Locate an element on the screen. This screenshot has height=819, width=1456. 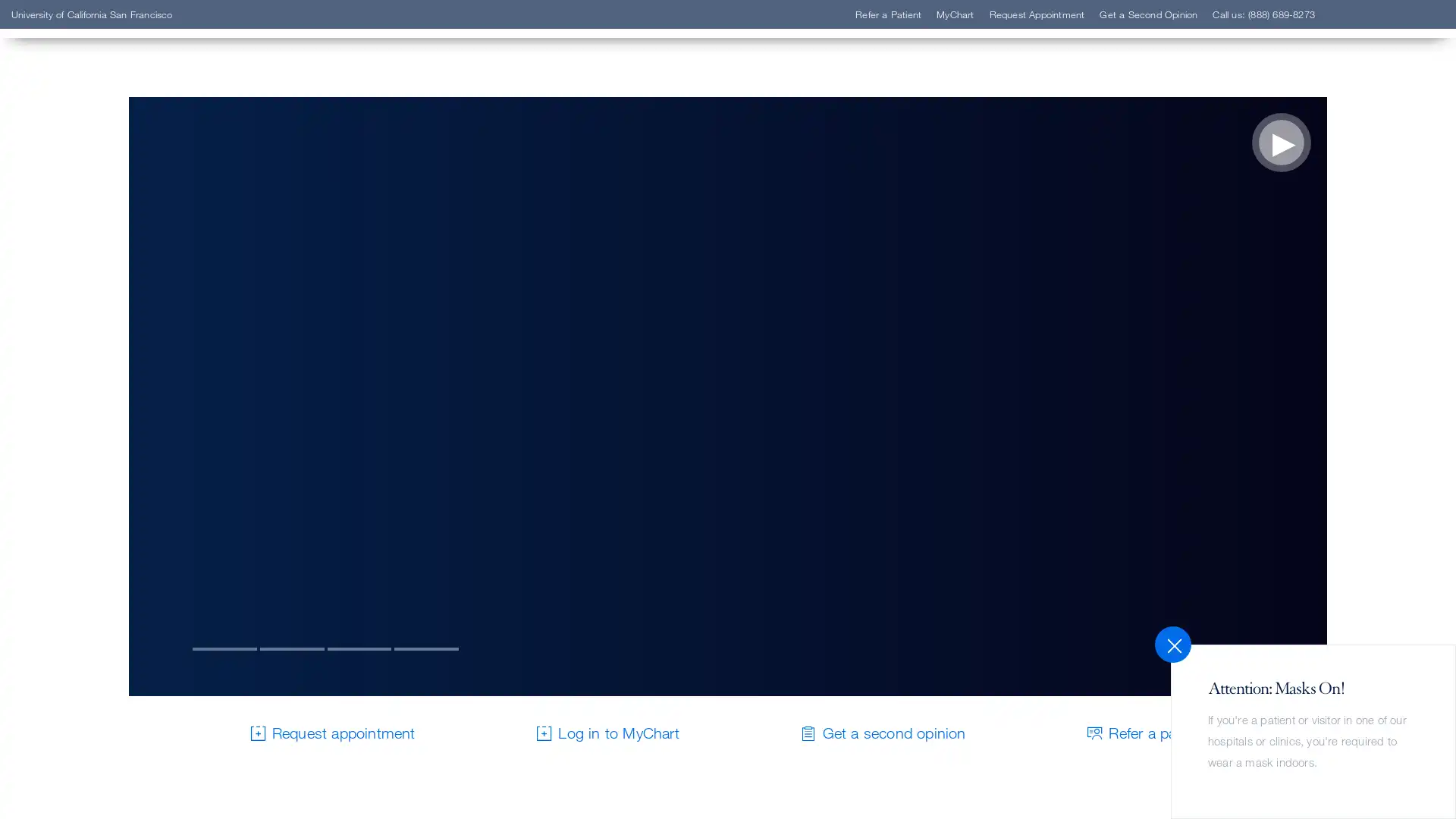
Locations & Directions is located at coordinates (135, 336).